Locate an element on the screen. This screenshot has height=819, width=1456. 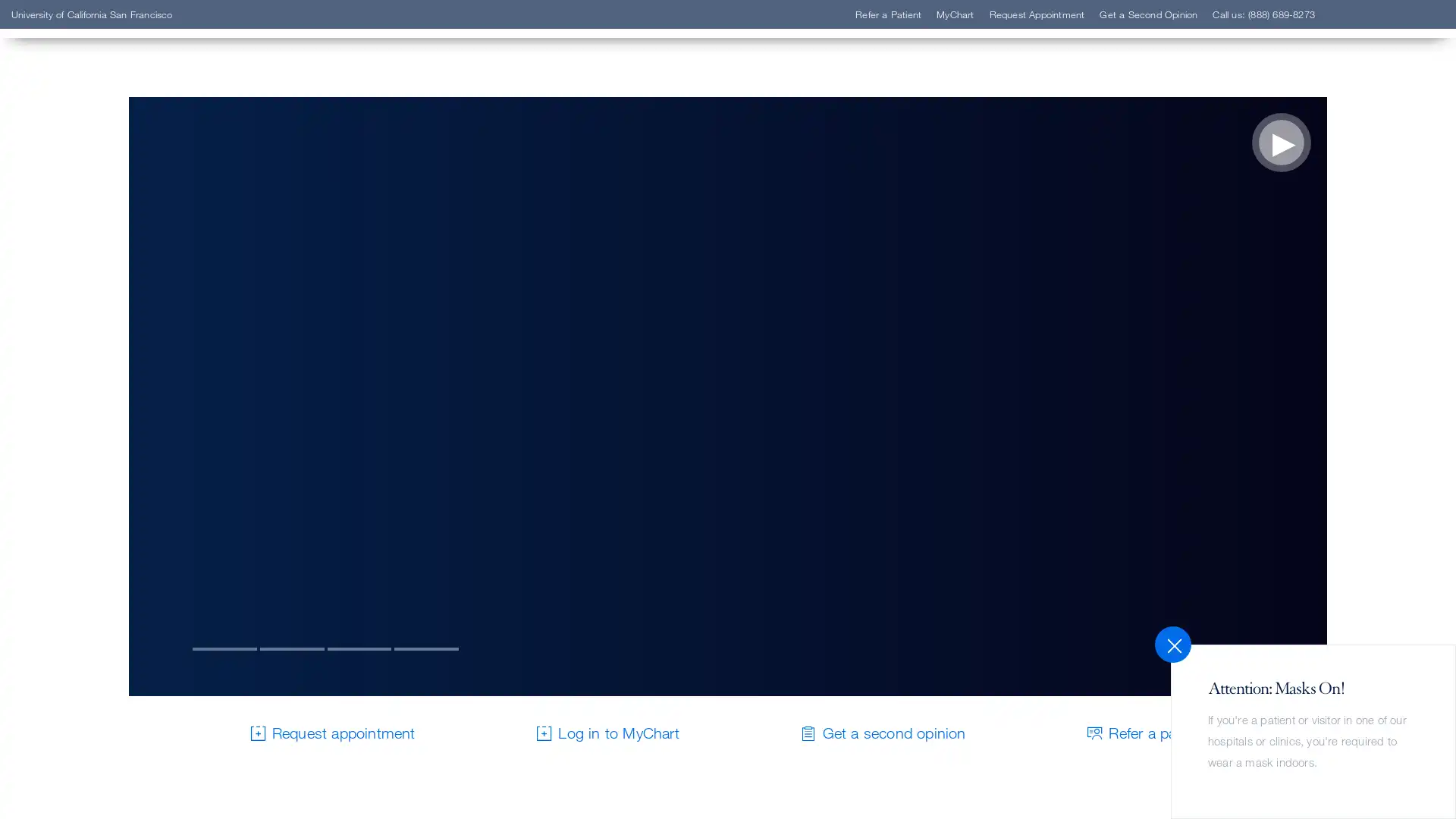
Locations & Directions is located at coordinates (135, 336).